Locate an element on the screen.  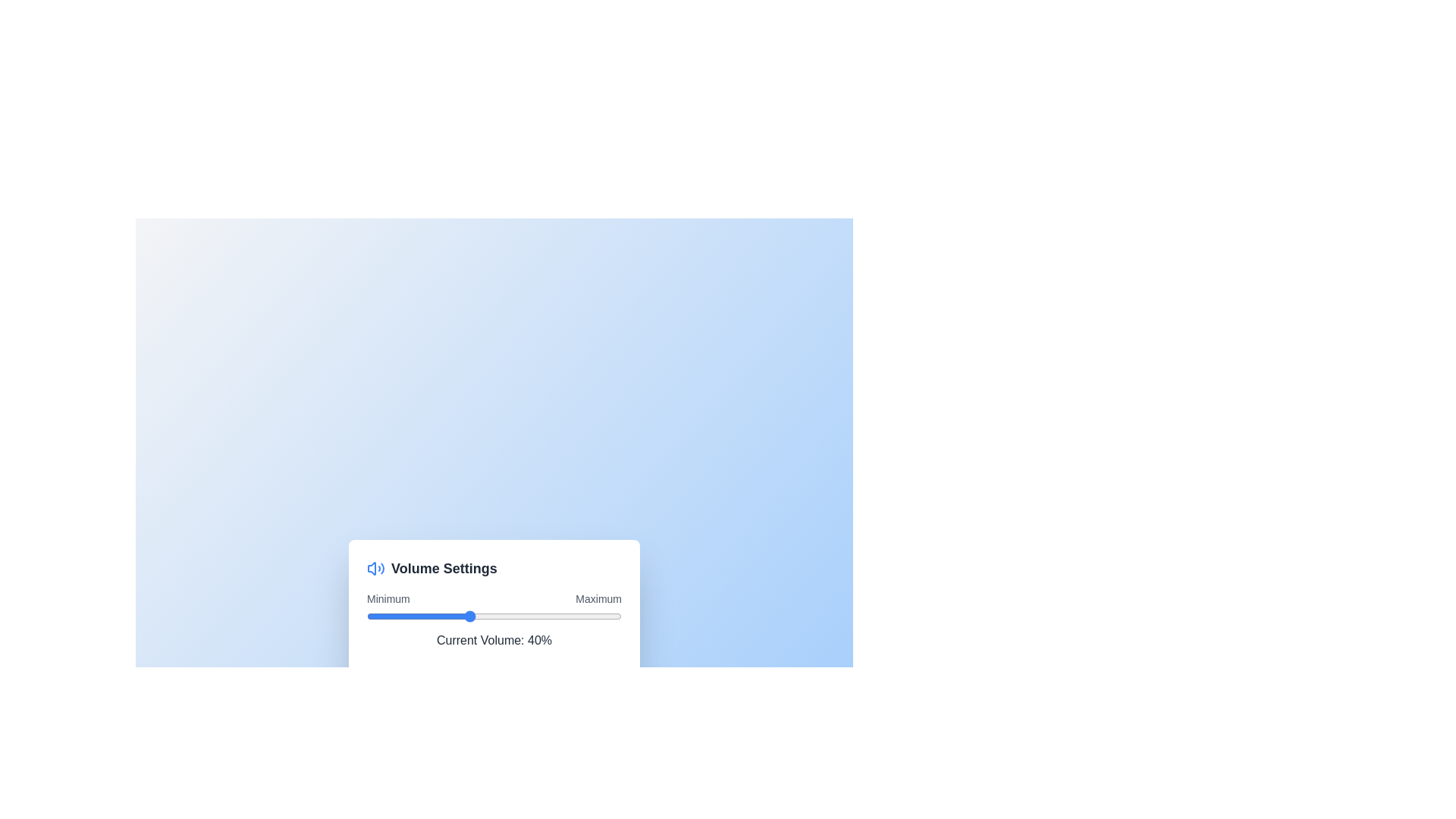
the volume slider to 46% is located at coordinates (483, 616).